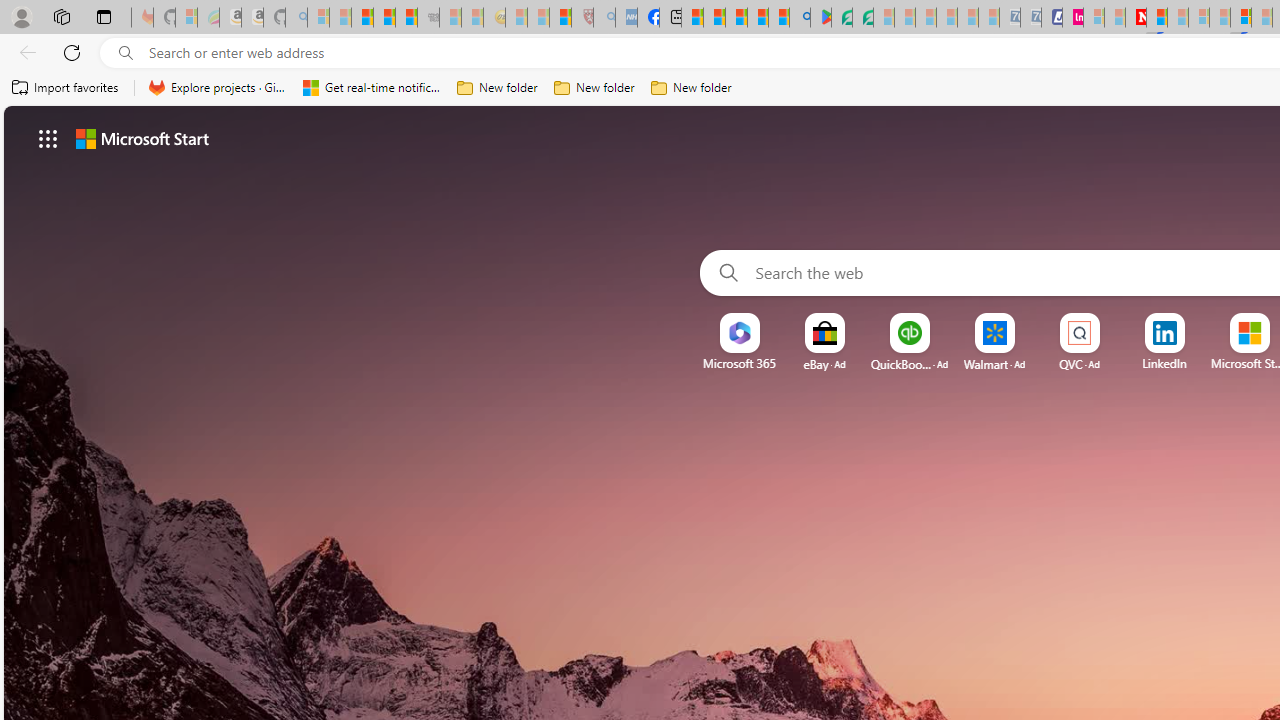 The width and height of the screenshot is (1280, 720). What do you see at coordinates (560, 17) in the screenshot?
I see `'Local - MSN'` at bounding box center [560, 17].